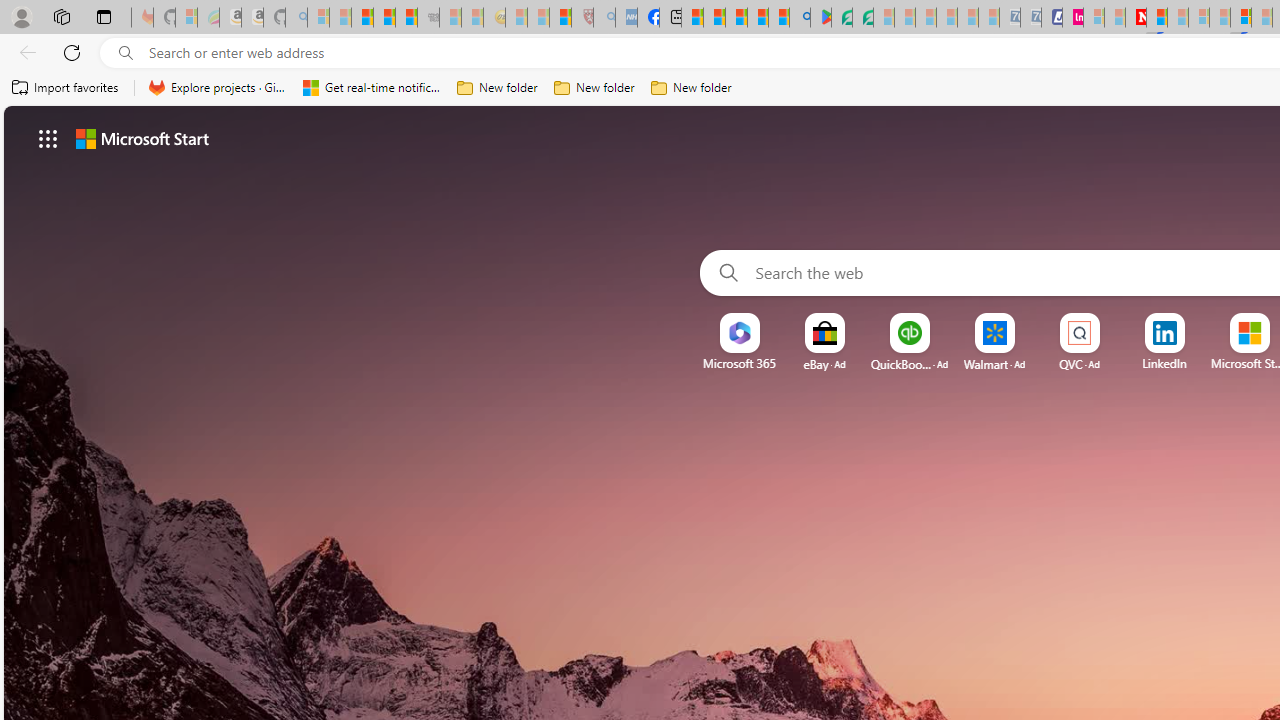 The width and height of the screenshot is (1280, 720). What do you see at coordinates (560, 17) in the screenshot?
I see `'Local - MSN'` at bounding box center [560, 17].